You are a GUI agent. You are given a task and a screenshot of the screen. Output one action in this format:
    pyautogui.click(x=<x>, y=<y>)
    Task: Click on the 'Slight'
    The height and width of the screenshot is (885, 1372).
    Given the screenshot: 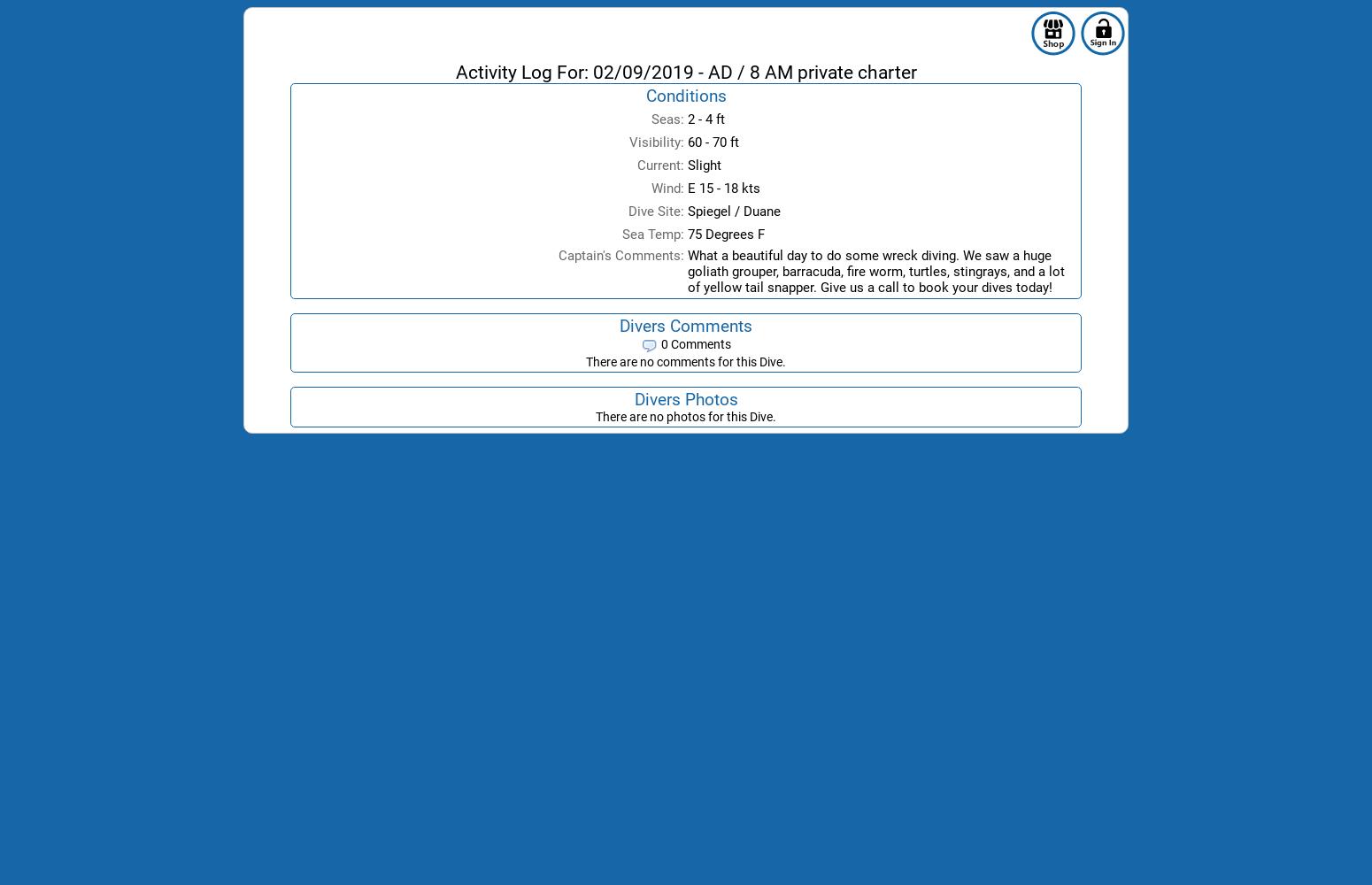 What is the action you would take?
    pyautogui.click(x=703, y=165)
    